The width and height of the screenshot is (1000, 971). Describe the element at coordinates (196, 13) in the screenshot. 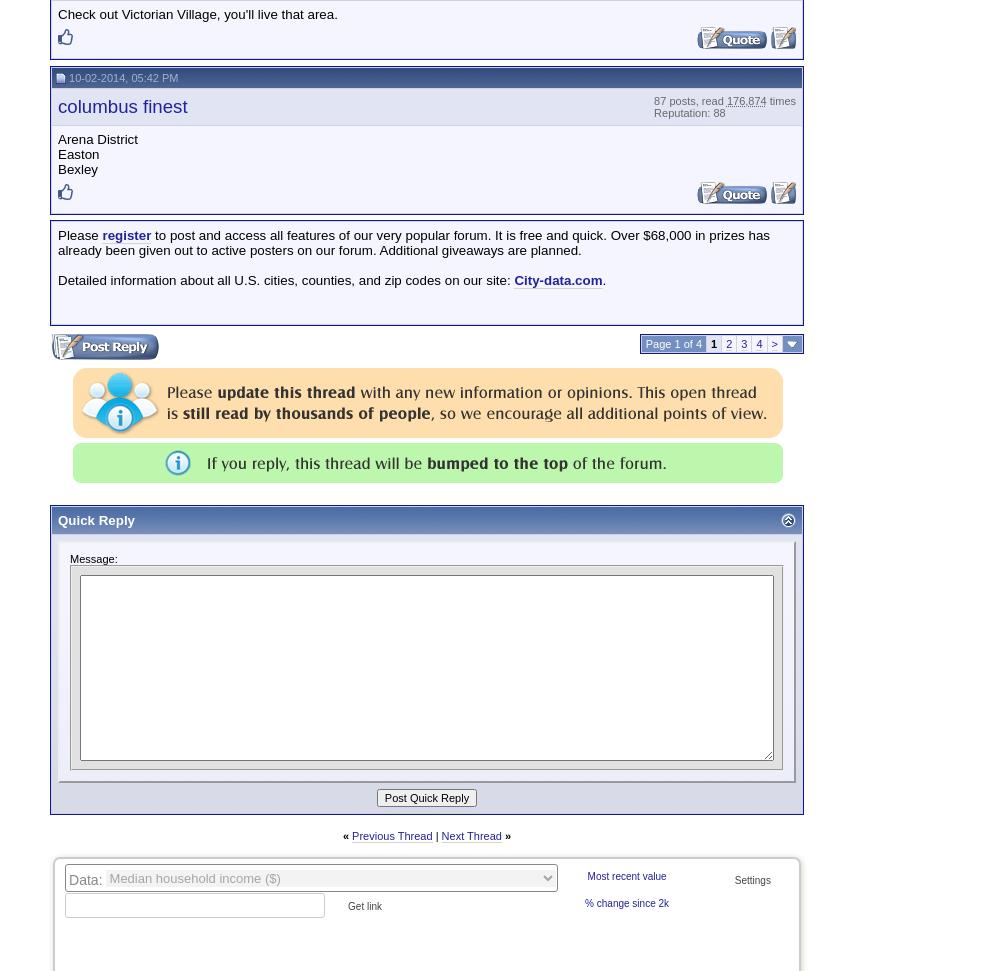

I see `'Check out Victorian Village, you'll live that area.'` at that location.